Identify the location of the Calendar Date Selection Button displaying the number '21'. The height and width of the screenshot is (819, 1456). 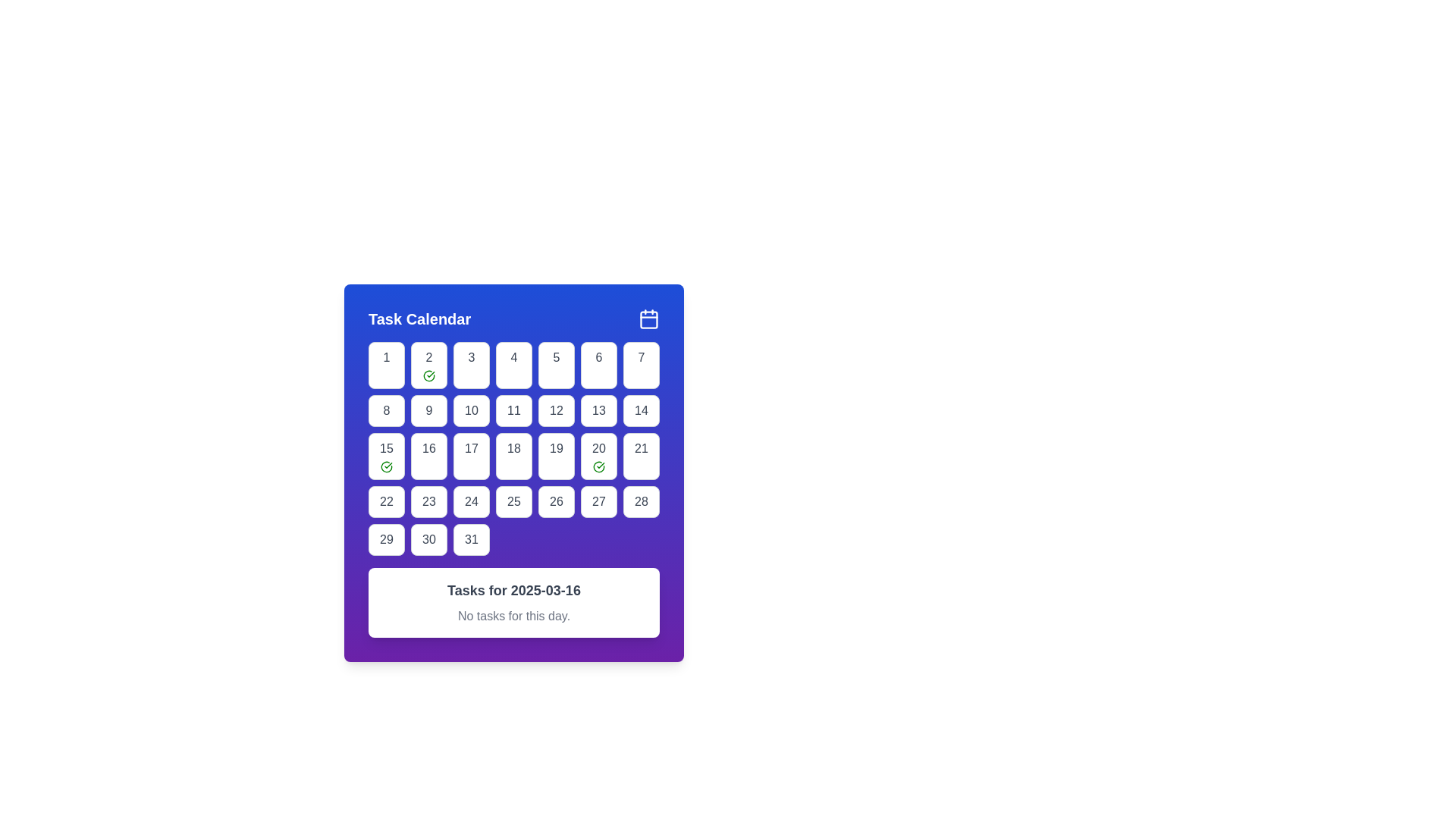
(641, 447).